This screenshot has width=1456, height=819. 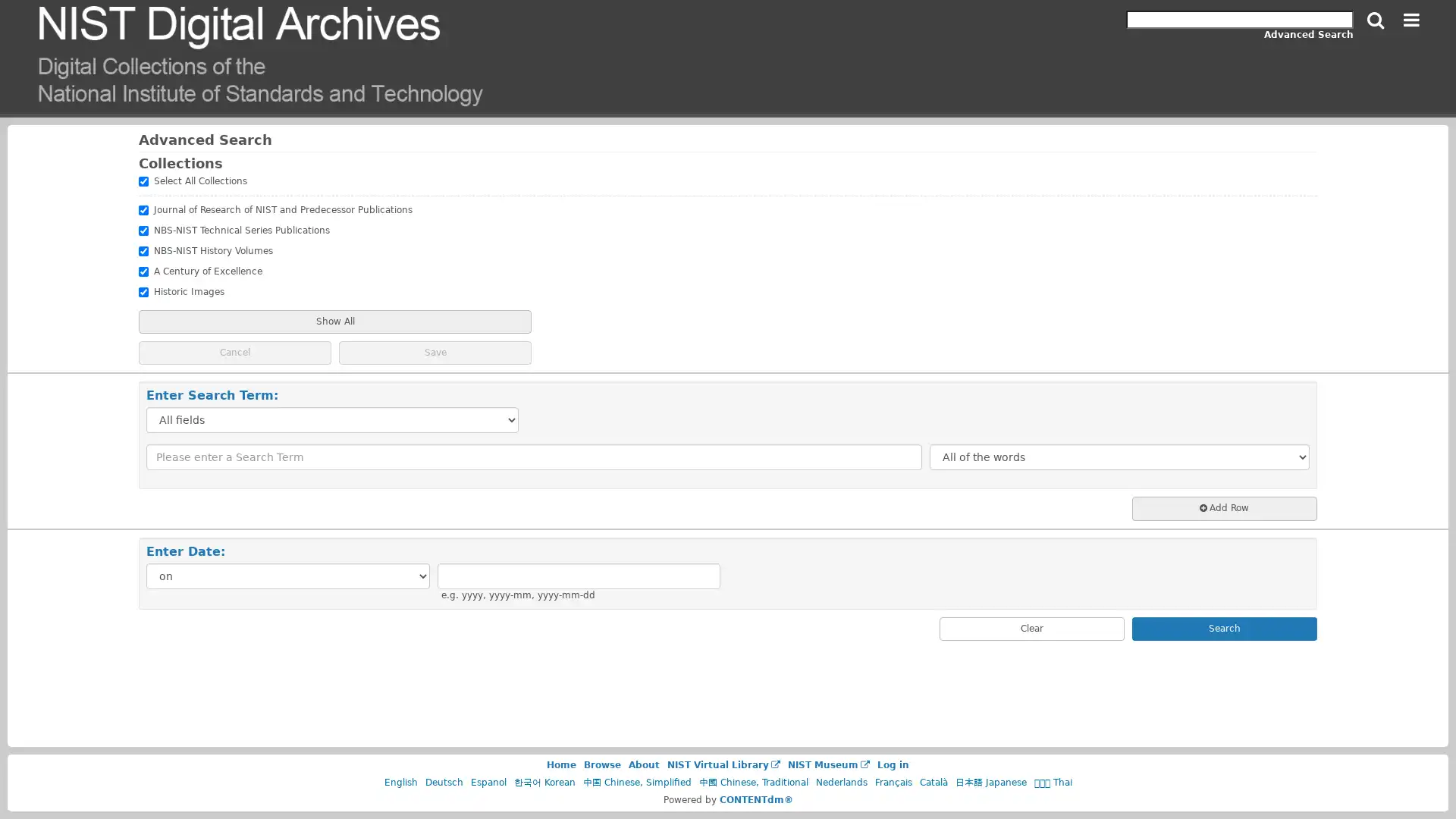 What do you see at coordinates (932, 783) in the screenshot?
I see `Catala` at bounding box center [932, 783].